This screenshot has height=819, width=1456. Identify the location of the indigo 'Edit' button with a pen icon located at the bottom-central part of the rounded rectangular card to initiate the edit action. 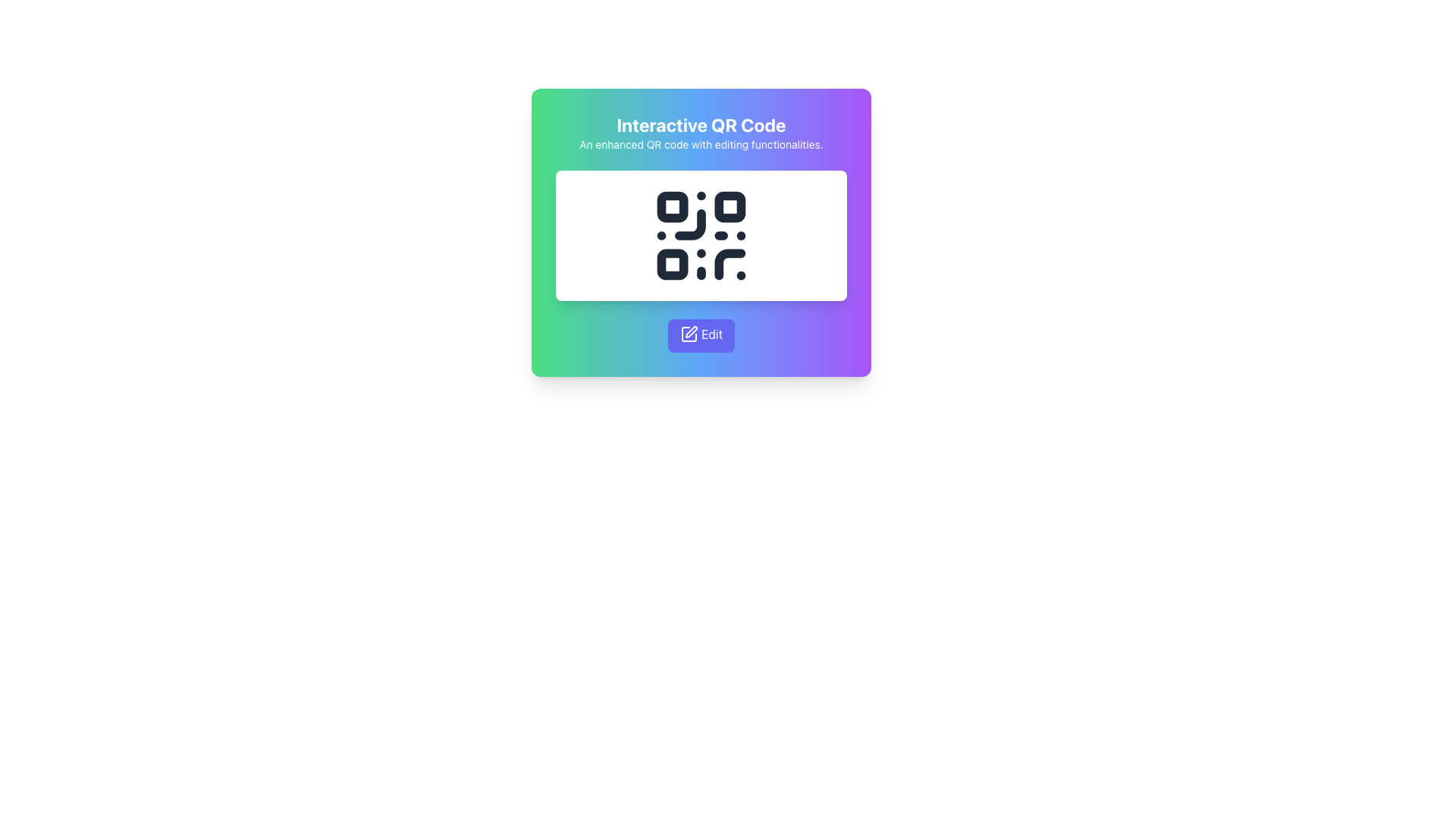
(701, 335).